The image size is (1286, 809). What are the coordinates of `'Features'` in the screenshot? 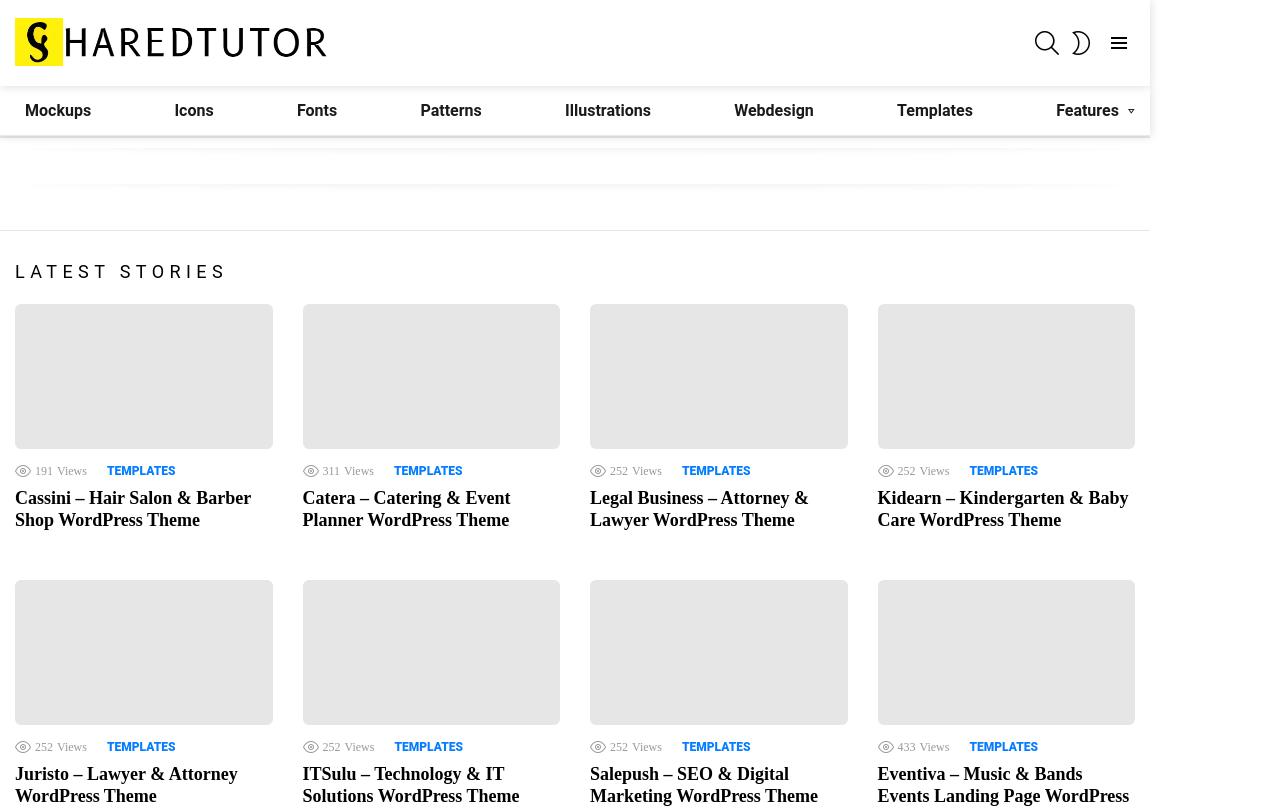 It's located at (1086, 110).